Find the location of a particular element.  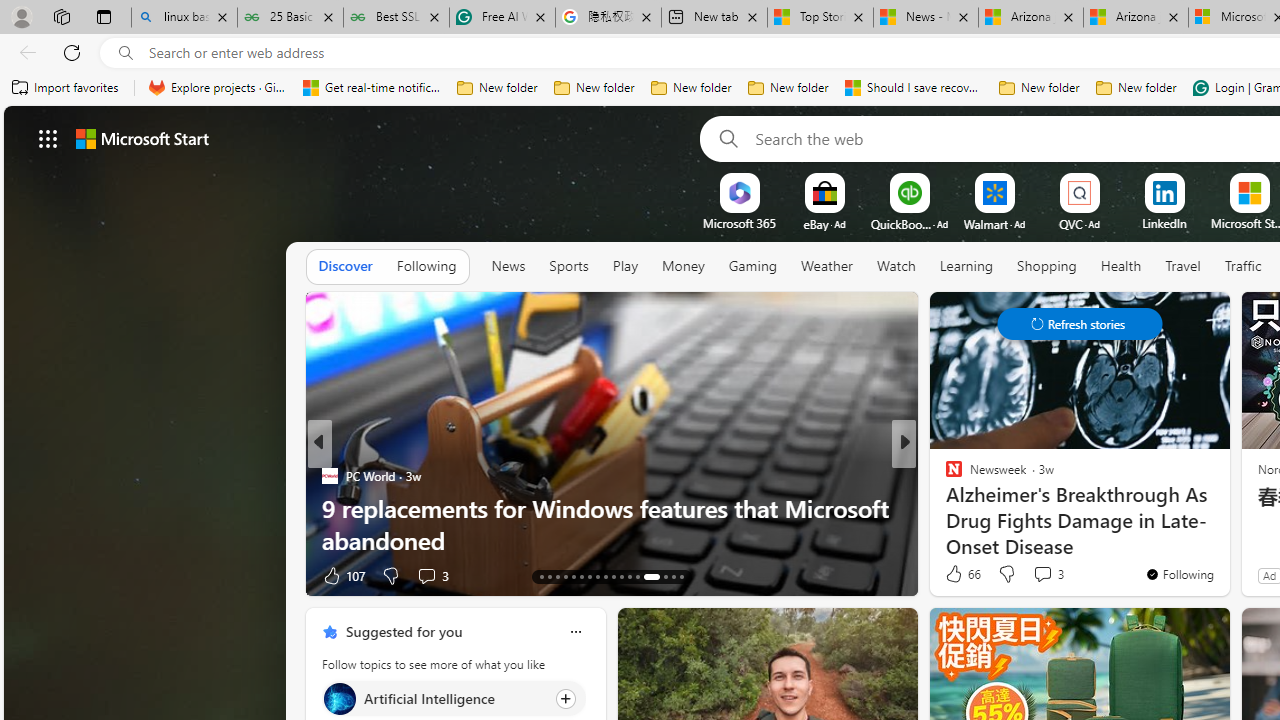

'AutomationID: tab-17' is located at coordinates (573, 577).